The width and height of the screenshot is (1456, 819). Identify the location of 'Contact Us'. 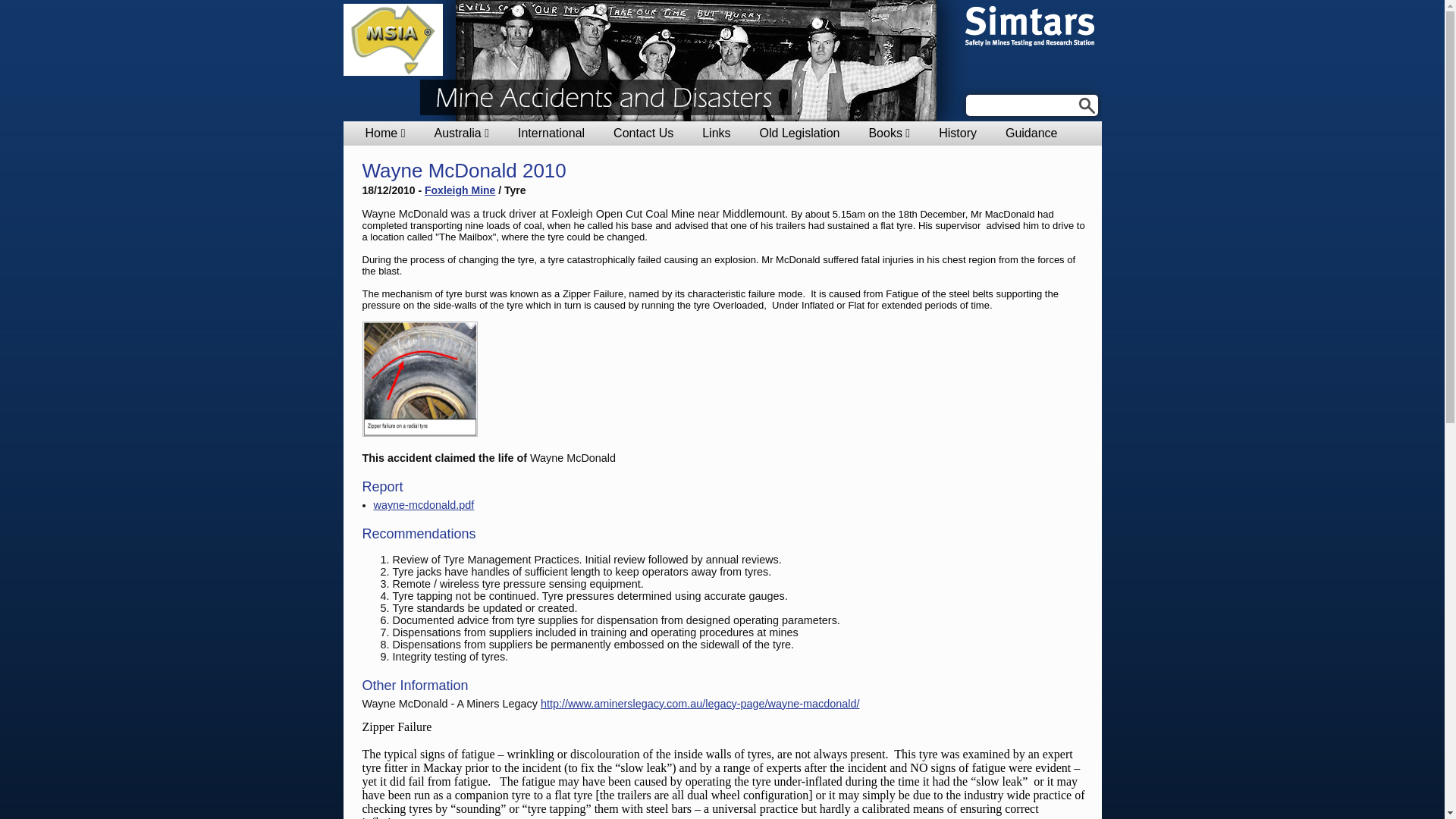
(613, 133).